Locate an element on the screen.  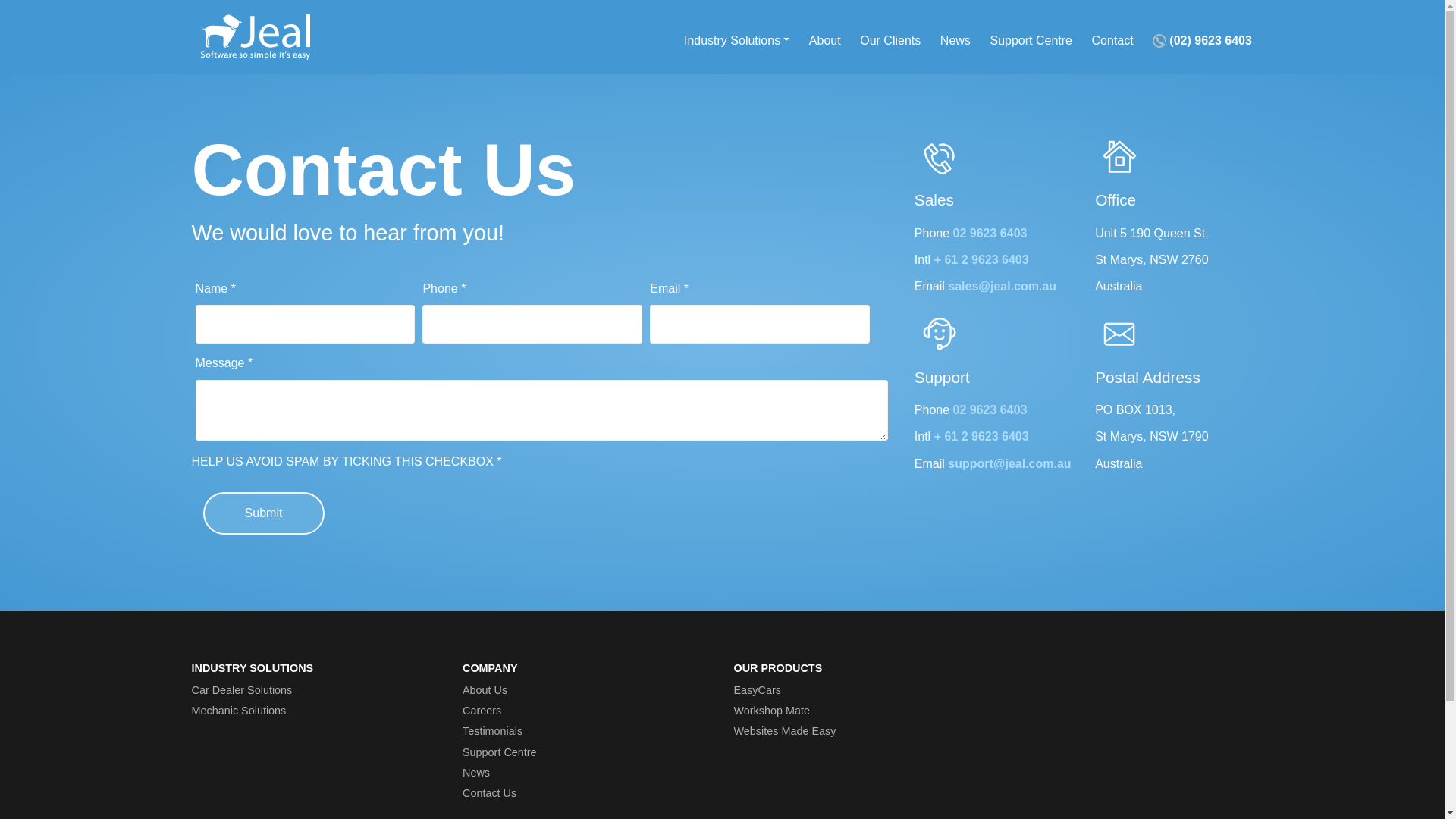
'About' is located at coordinates (824, 39).